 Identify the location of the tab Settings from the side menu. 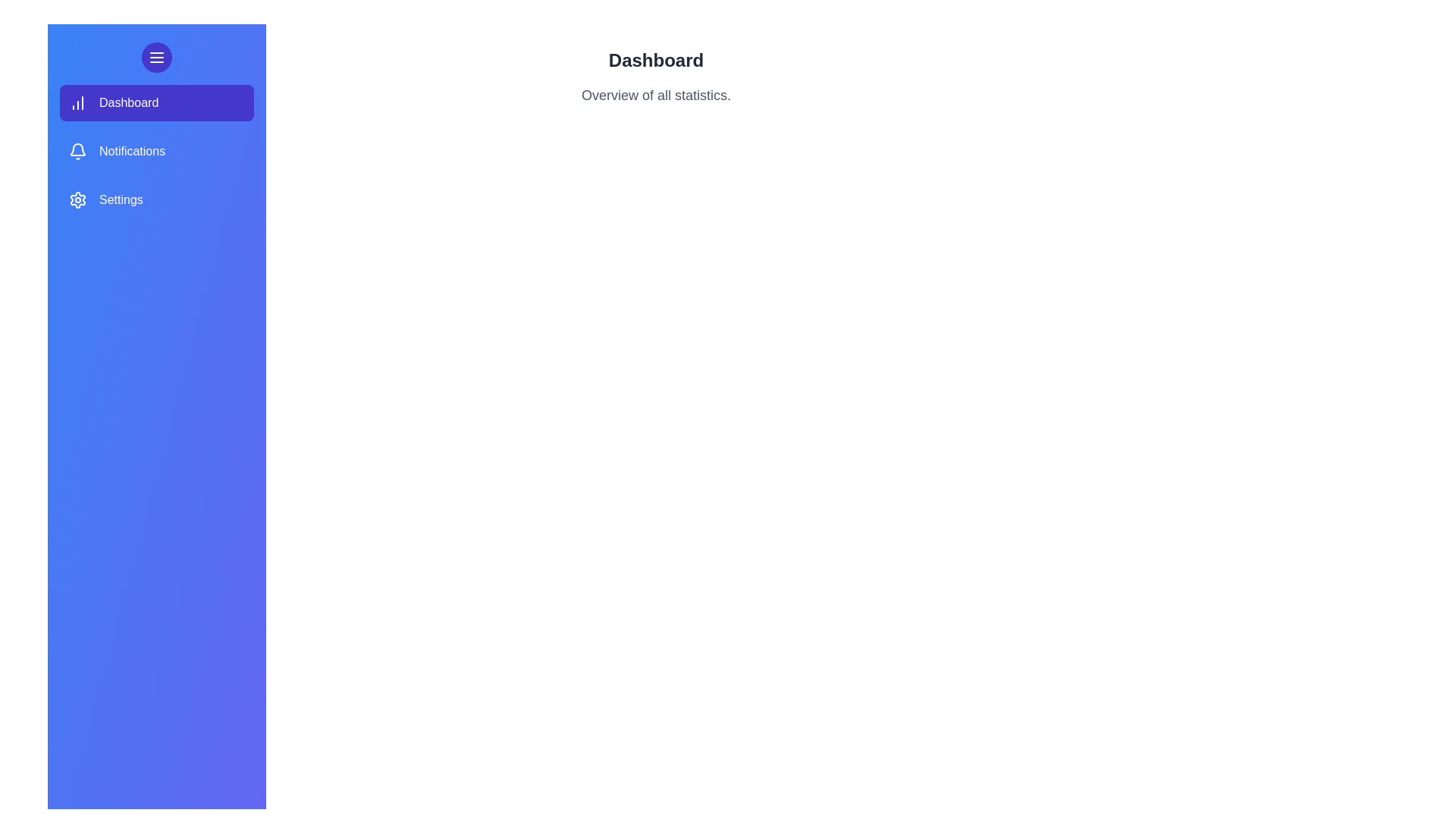
(156, 199).